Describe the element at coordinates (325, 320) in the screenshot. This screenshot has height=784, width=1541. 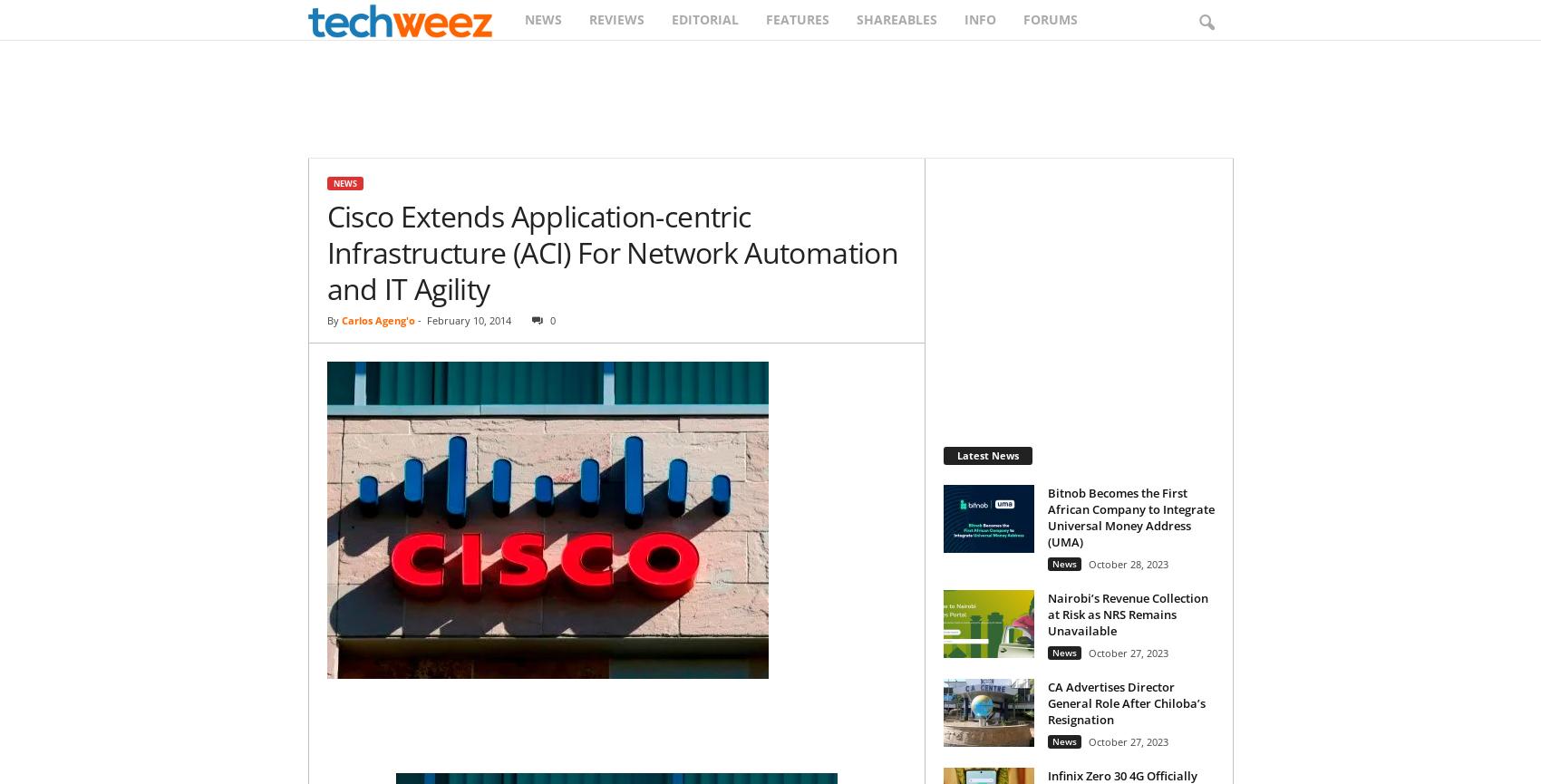
I see `'By'` at that location.